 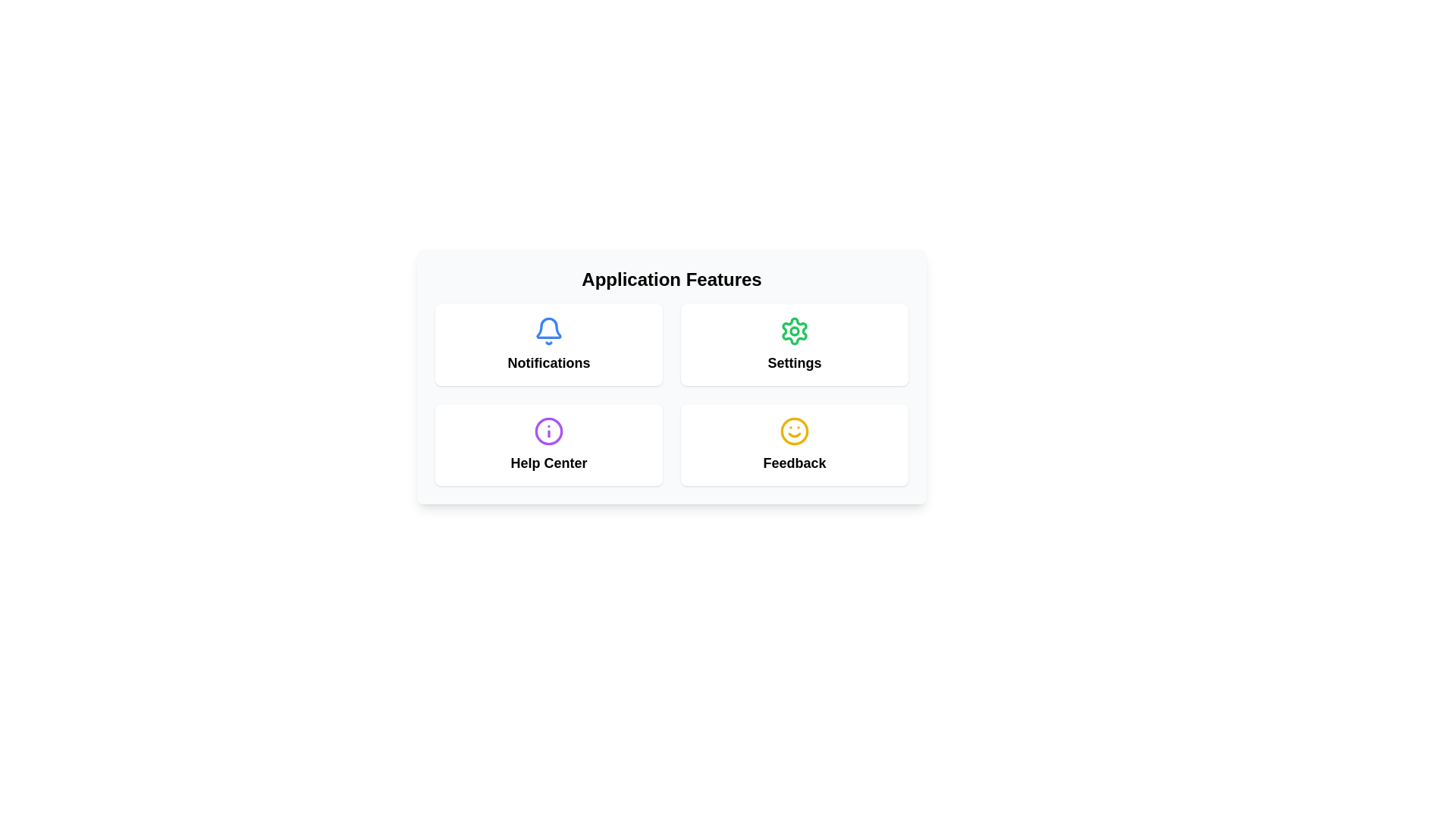 I want to click on the green outlined gear-shaped icon representing the settings symbol located within the 'Application Features' section, so click(x=793, y=330).